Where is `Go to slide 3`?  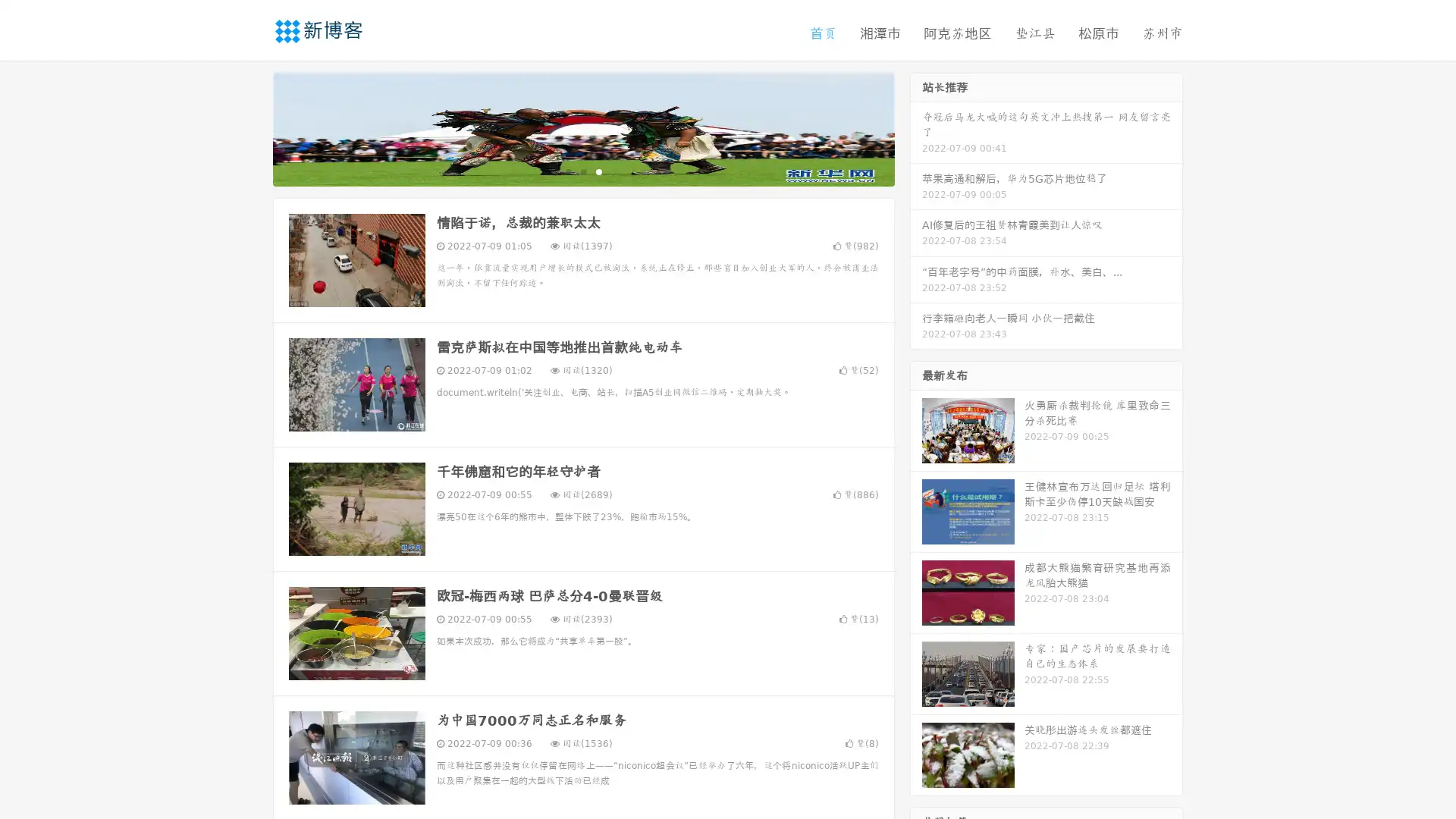 Go to slide 3 is located at coordinates (598, 171).